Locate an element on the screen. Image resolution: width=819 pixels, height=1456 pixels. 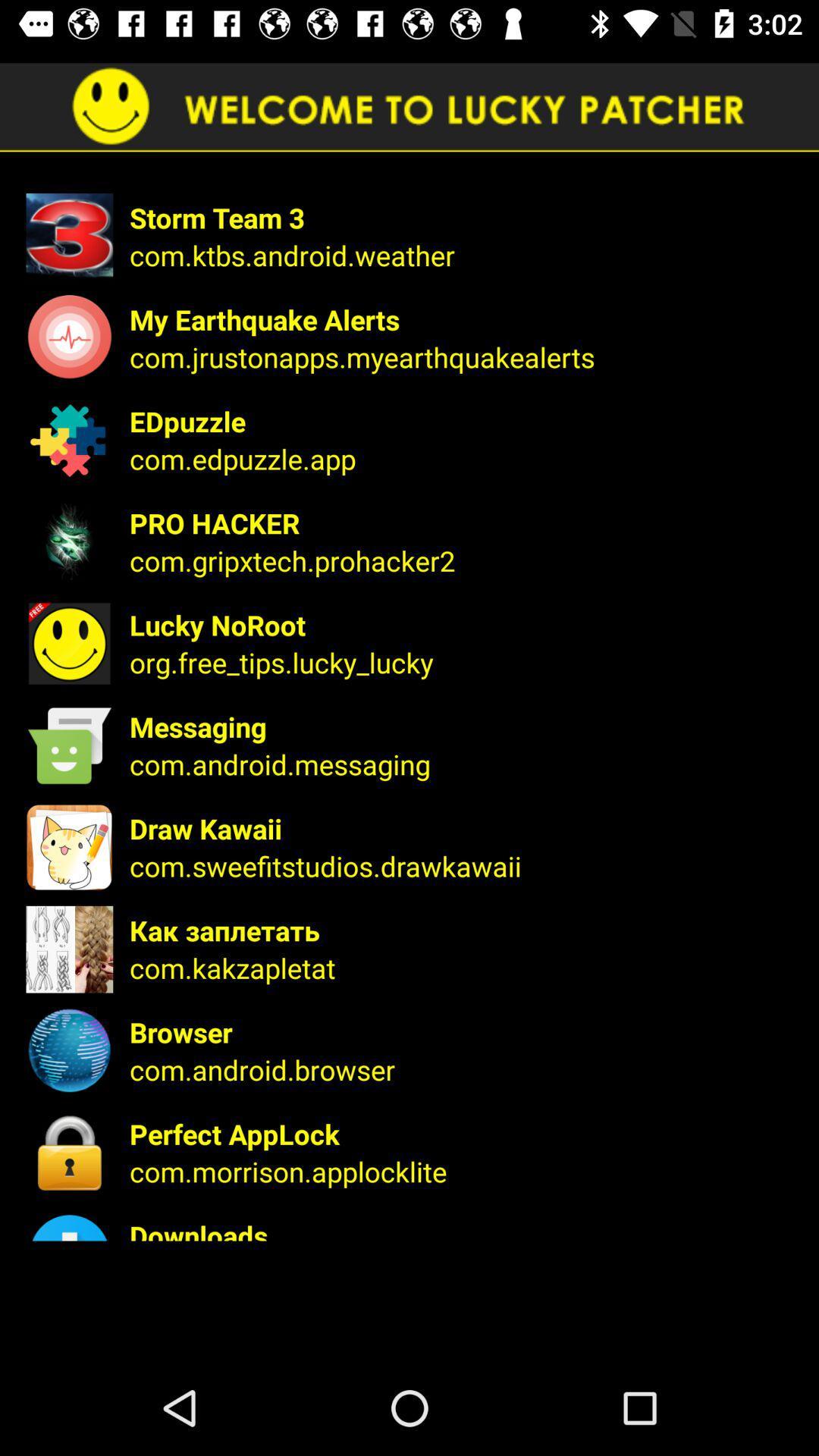
the perfect applock app is located at coordinates (463, 1134).